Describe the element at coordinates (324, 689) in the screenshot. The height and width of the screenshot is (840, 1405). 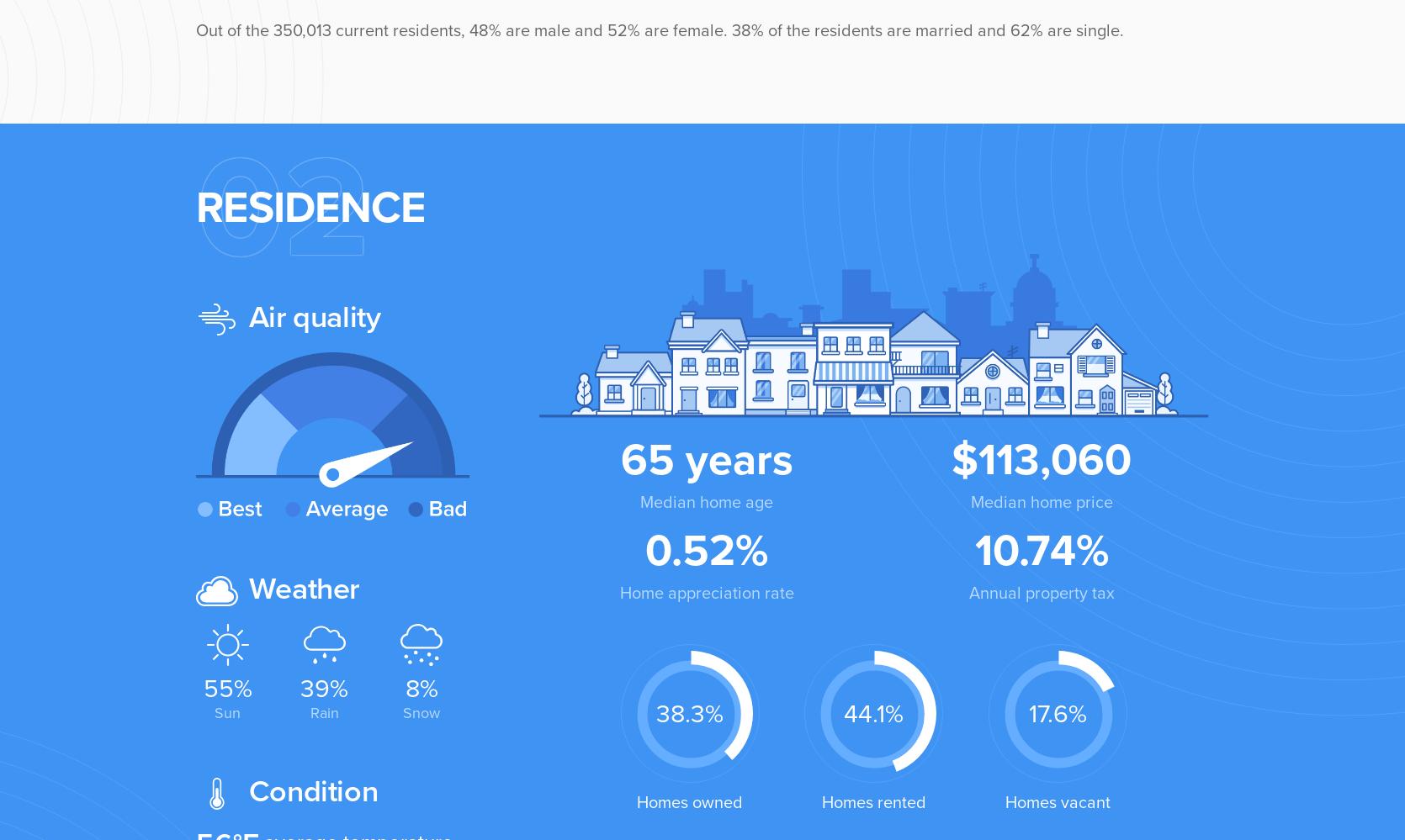
I see `'39%'` at that location.